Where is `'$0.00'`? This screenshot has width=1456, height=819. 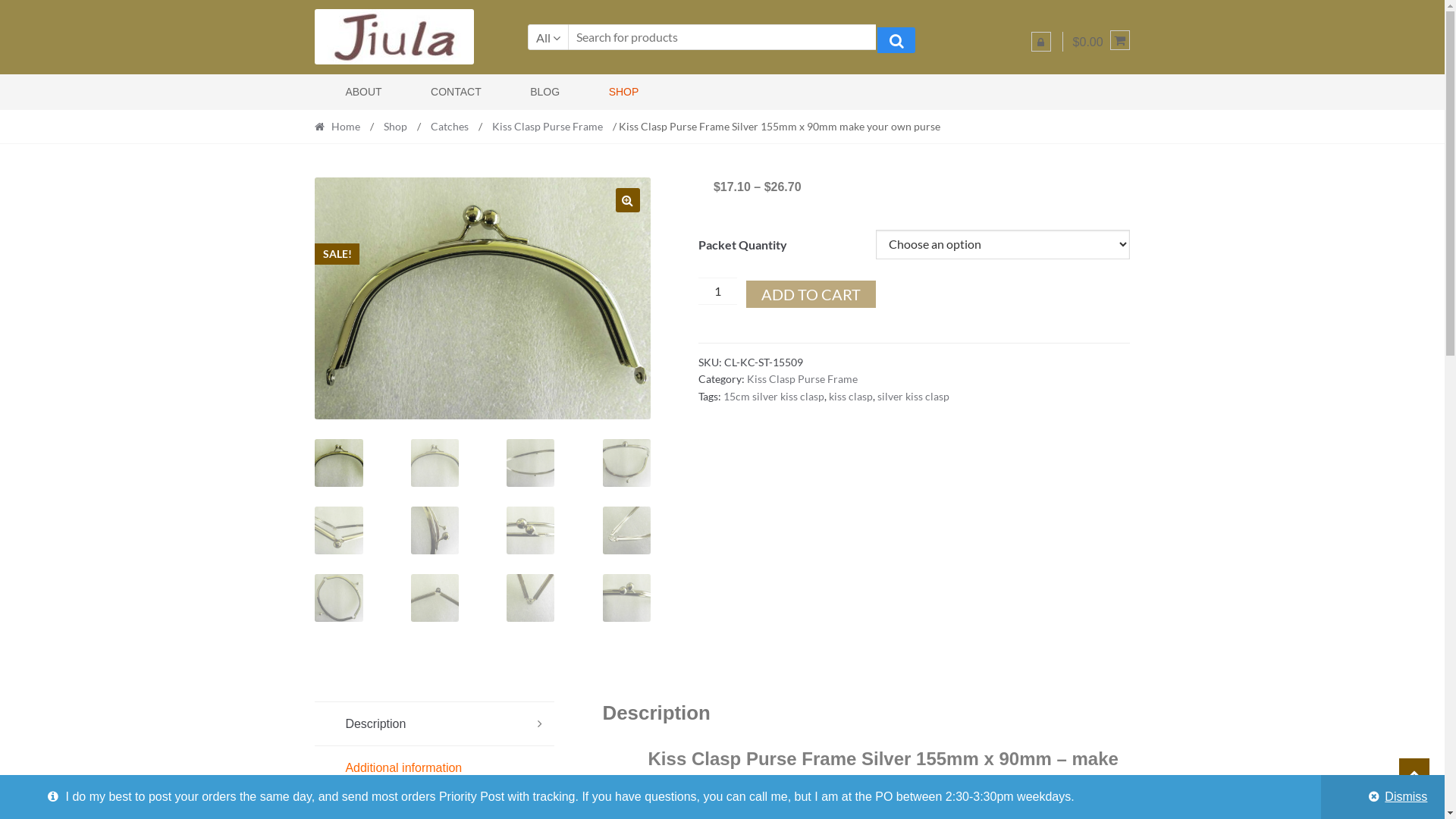
'$0.00' is located at coordinates (1101, 42).